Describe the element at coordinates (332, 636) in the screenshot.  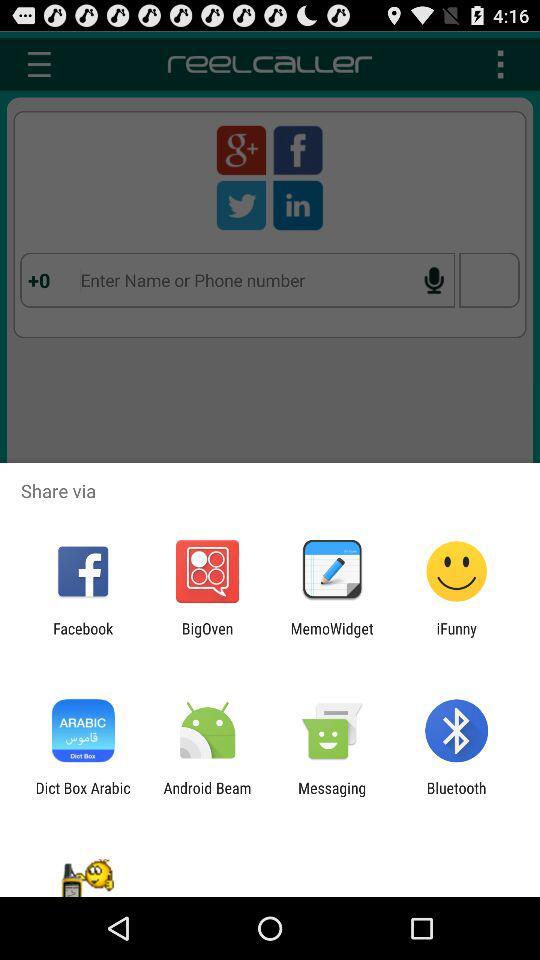
I see `the memowidget icon` at that location.